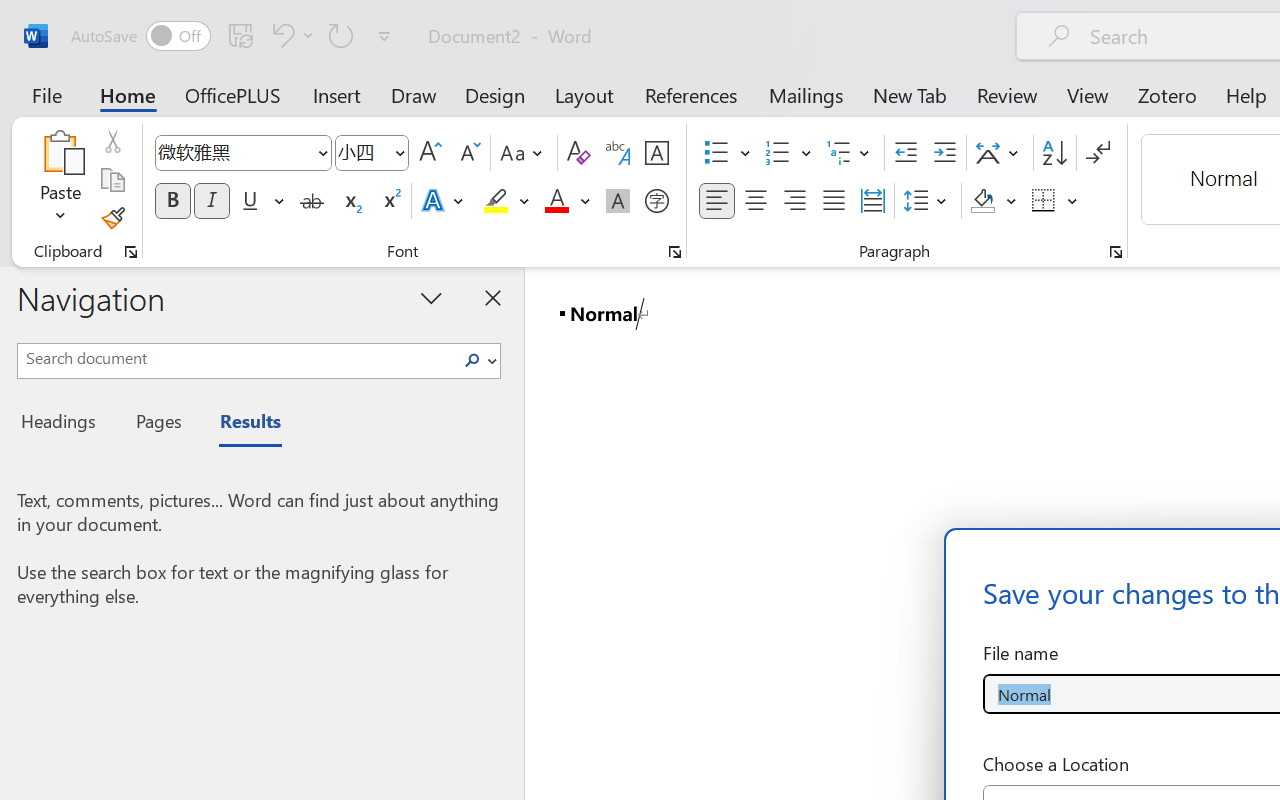  What do you see at coordinates (806, 94) in the screenshot?
I see `'Mailings'` at bounding box center [806, 94].